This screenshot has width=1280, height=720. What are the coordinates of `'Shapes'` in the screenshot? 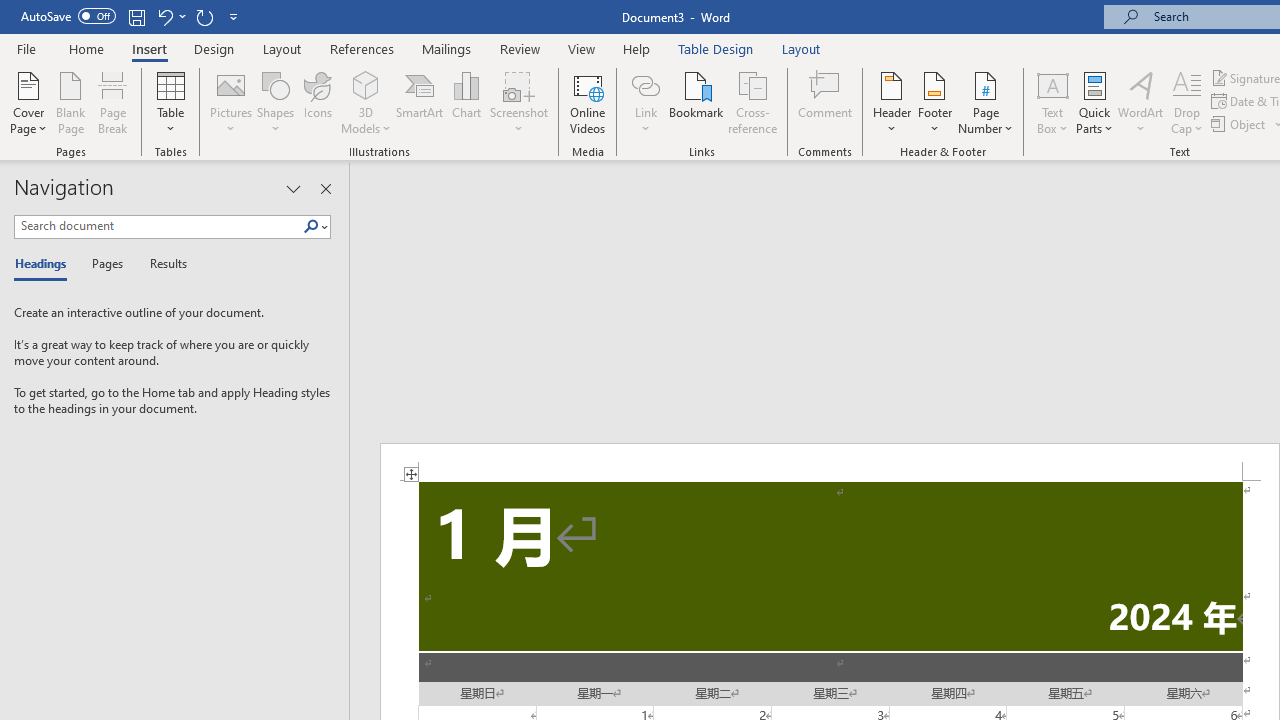 It's located at (274, 103).